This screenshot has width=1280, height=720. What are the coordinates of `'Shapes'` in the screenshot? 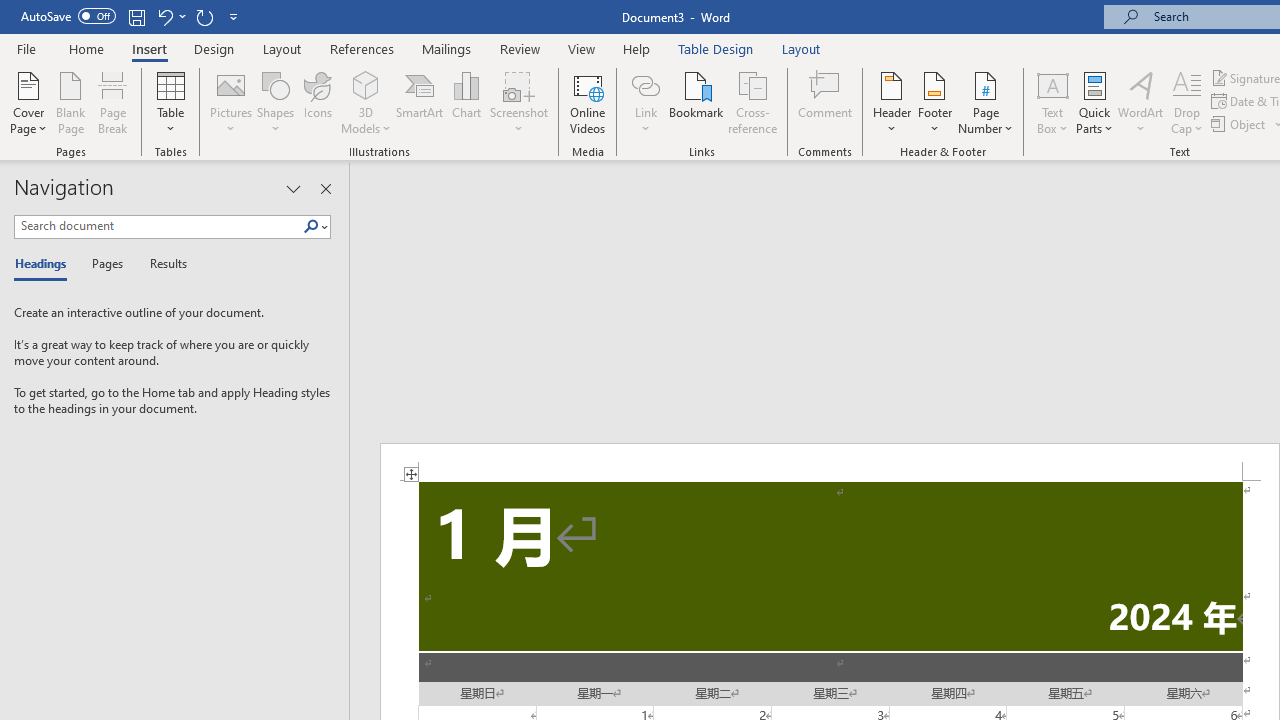 It's located at (274, 103).